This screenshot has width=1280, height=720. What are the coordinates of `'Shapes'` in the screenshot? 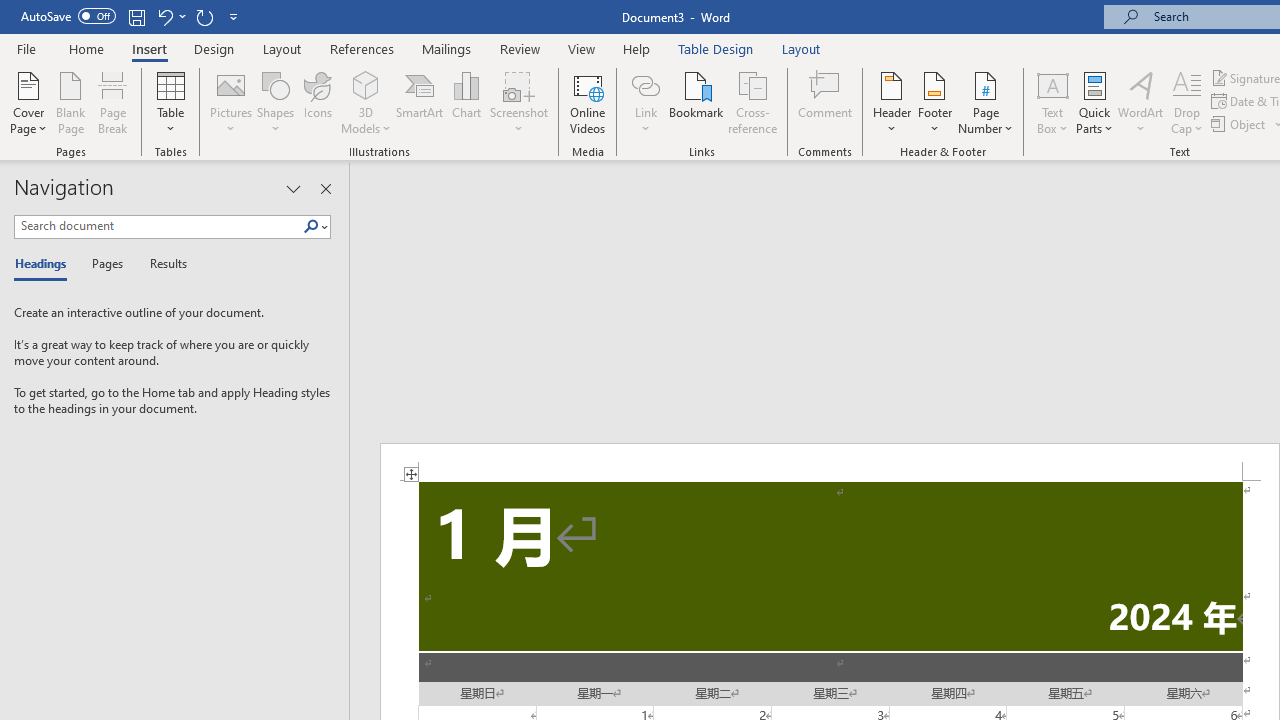 It's located at (274, 103).